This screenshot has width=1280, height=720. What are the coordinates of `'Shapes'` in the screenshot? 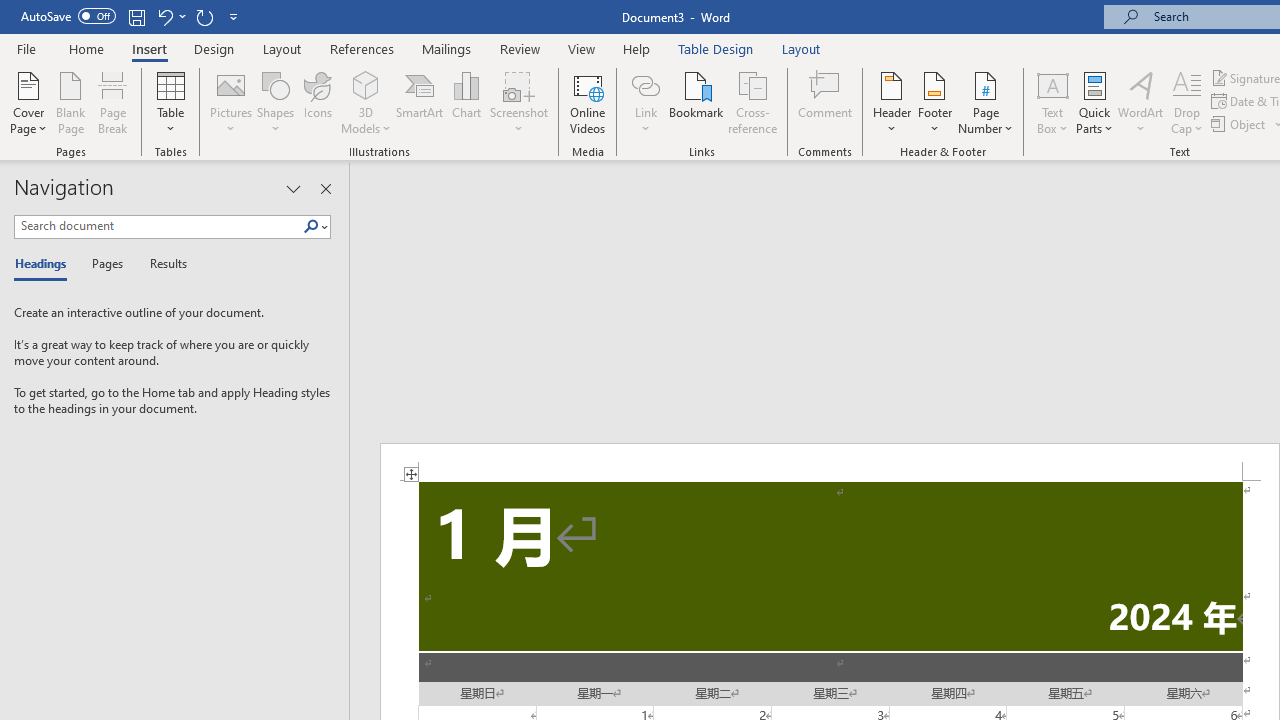 It's located at (274, 103).